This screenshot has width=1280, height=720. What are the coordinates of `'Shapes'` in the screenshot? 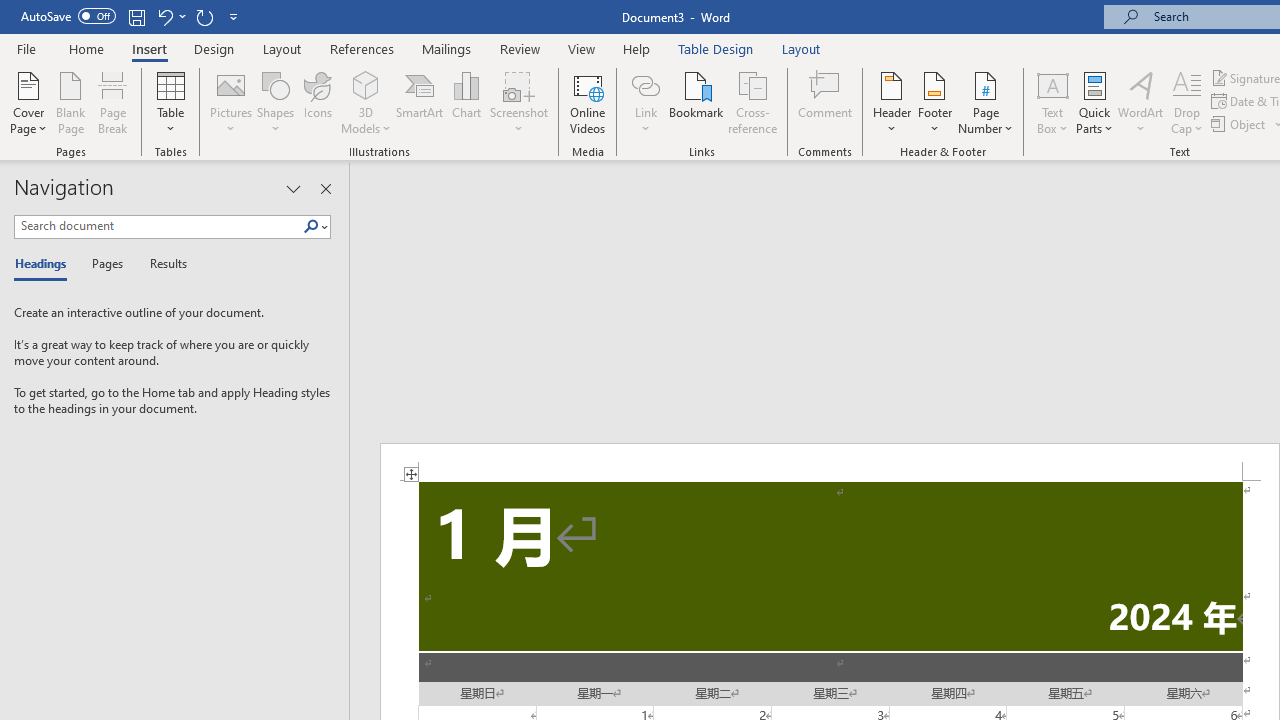 It's located at (274, 103).